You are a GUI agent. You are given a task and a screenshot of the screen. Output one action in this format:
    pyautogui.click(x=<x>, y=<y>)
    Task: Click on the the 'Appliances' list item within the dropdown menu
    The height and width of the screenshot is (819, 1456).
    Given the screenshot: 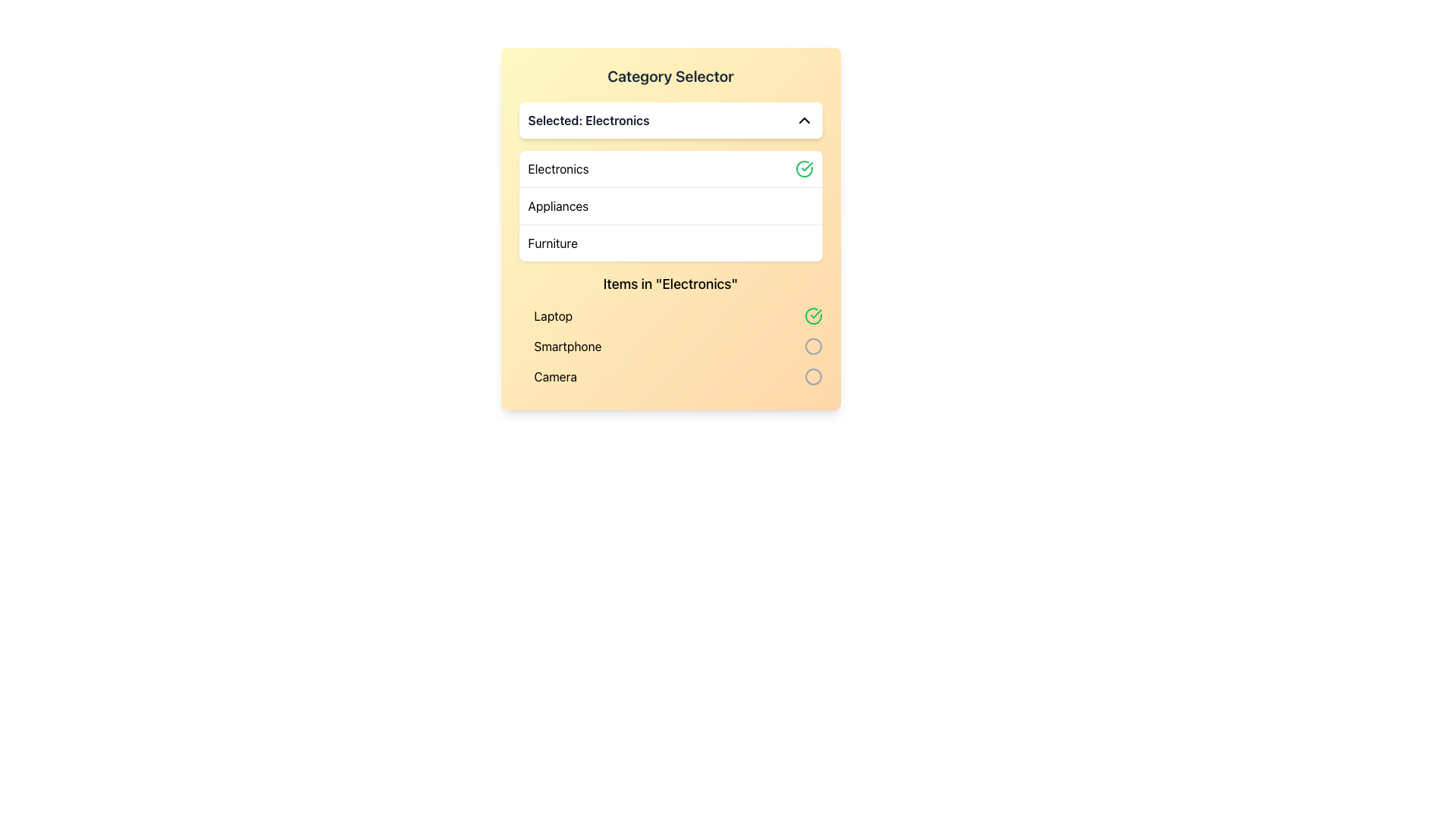 What is the action you would take?
    pyautogui.click(x=670, y=206)
    